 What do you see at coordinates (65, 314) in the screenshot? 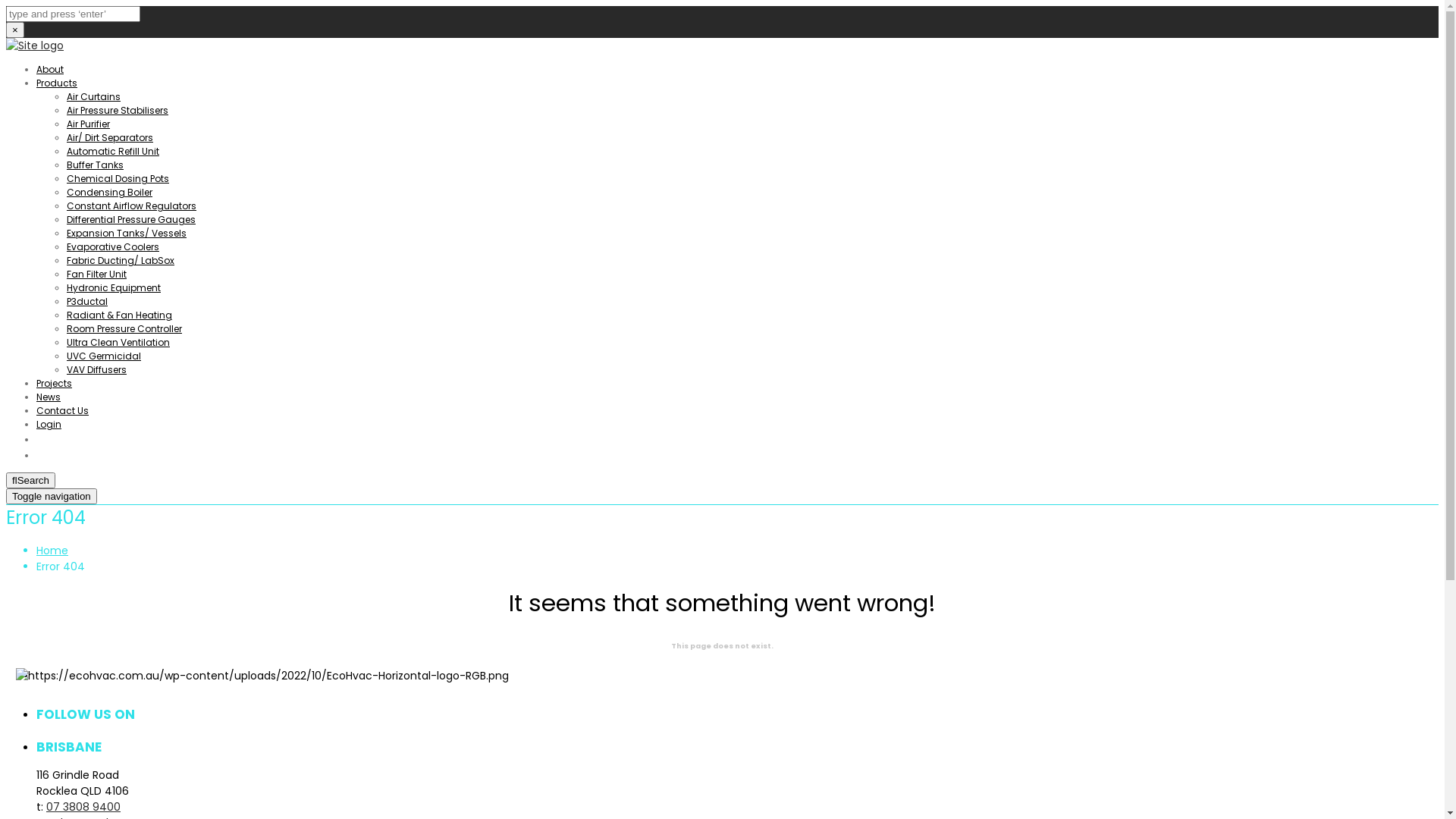
I see `'Radiant & Fan Heating'` at bounding box center [65, 314].